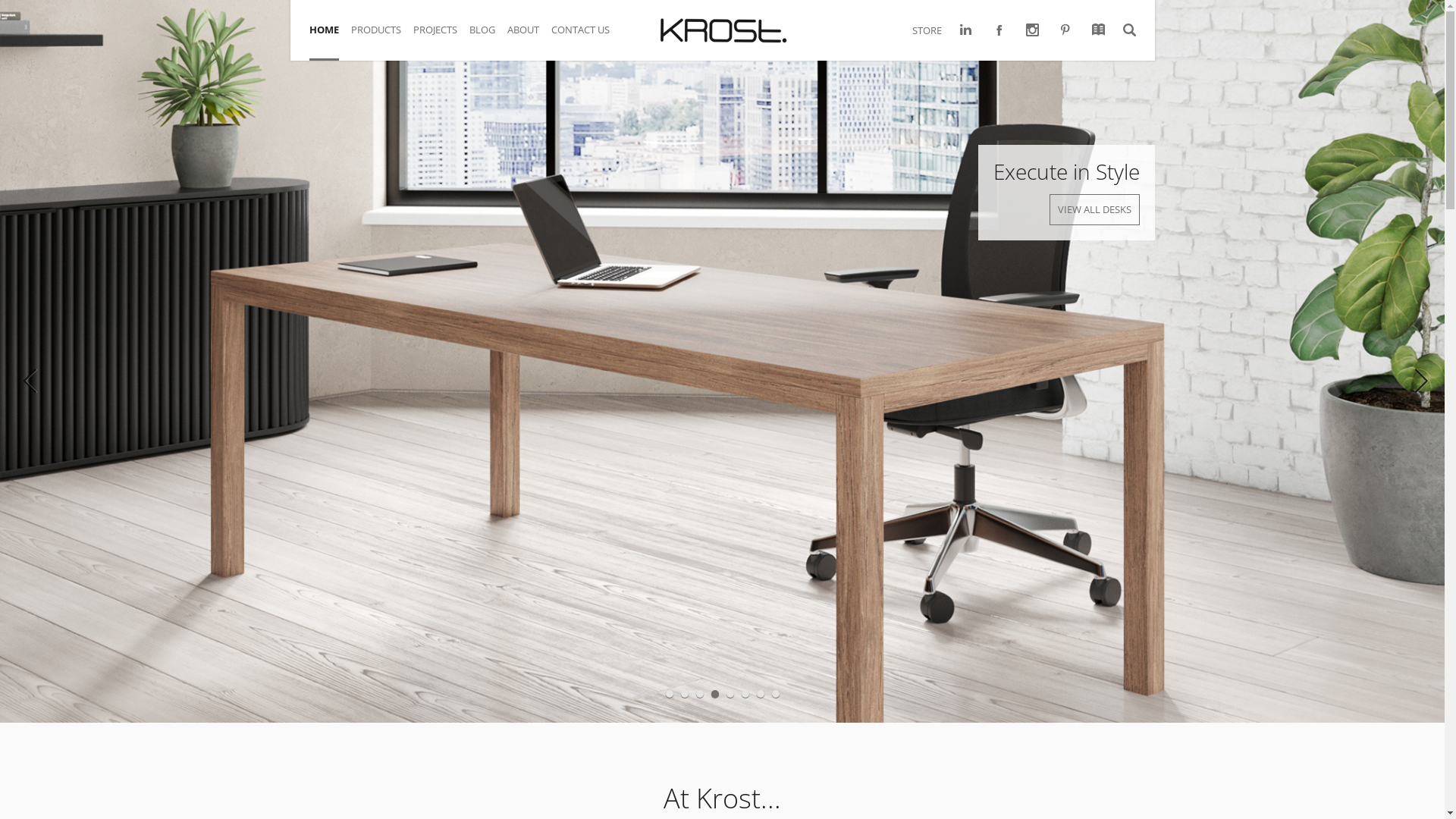 This screenshot has width=1456, height=819. I want to click on 'BLOG', so click(488, 37).